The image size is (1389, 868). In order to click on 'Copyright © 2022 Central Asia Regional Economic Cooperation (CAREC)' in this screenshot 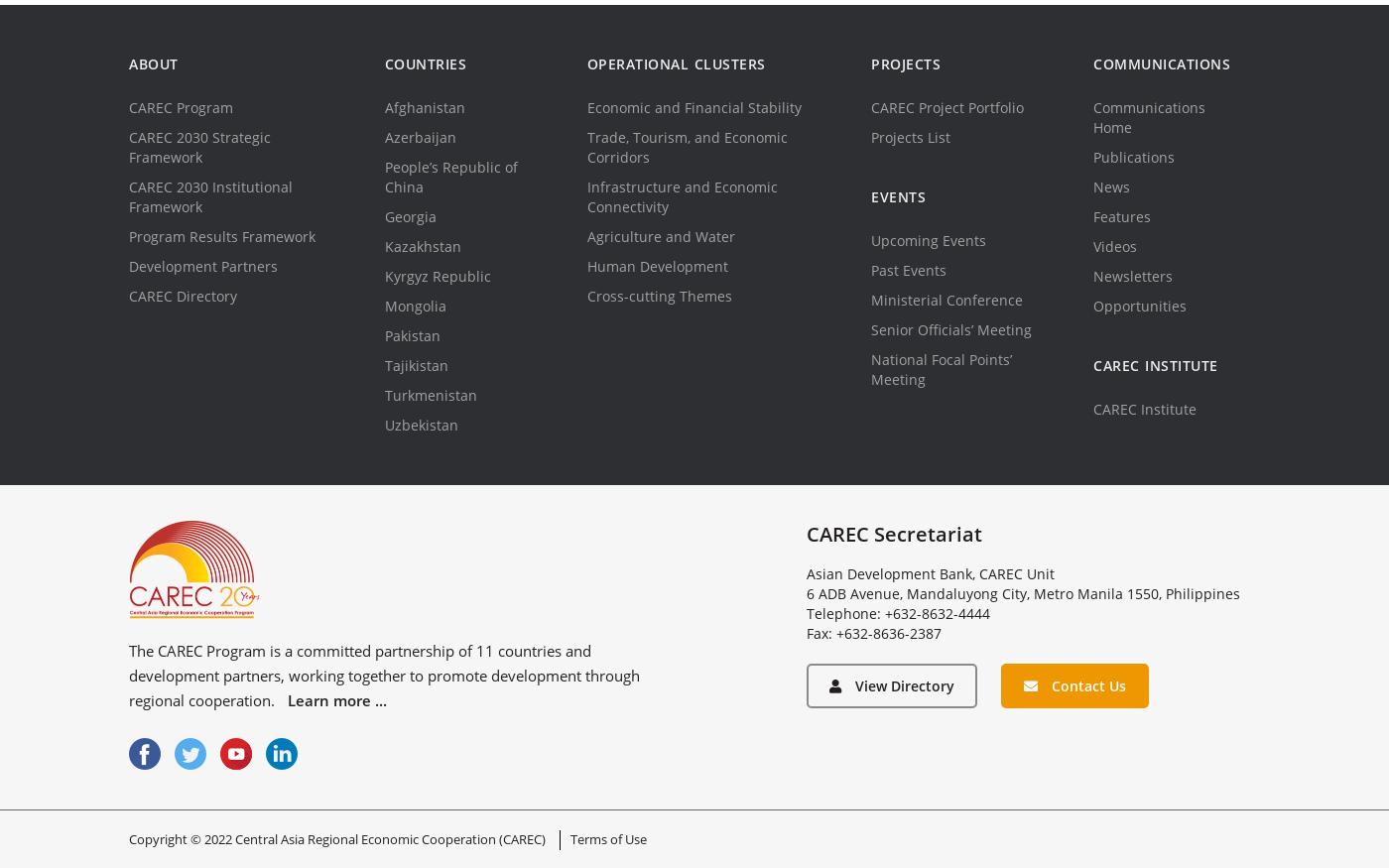, I will do `click(337, 839)`.